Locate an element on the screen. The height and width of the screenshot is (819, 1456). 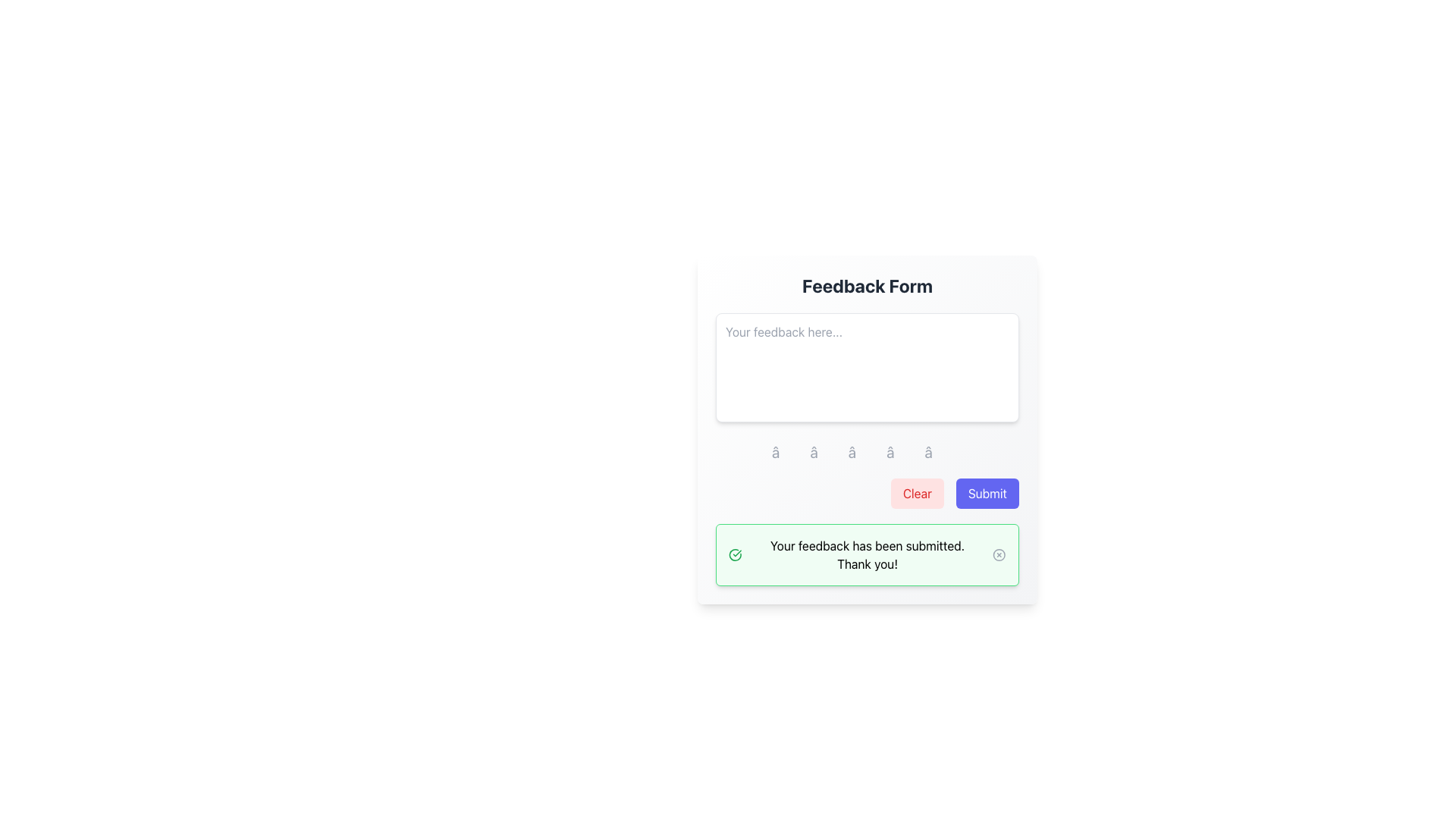
the 'Clear' button, which is a rectangular button with rounded edges, a light red background, and displays bold, red text. This button is located towards the bottom of the form interface, to the left of the 'Submit' button is located at coordinates (916, 494).